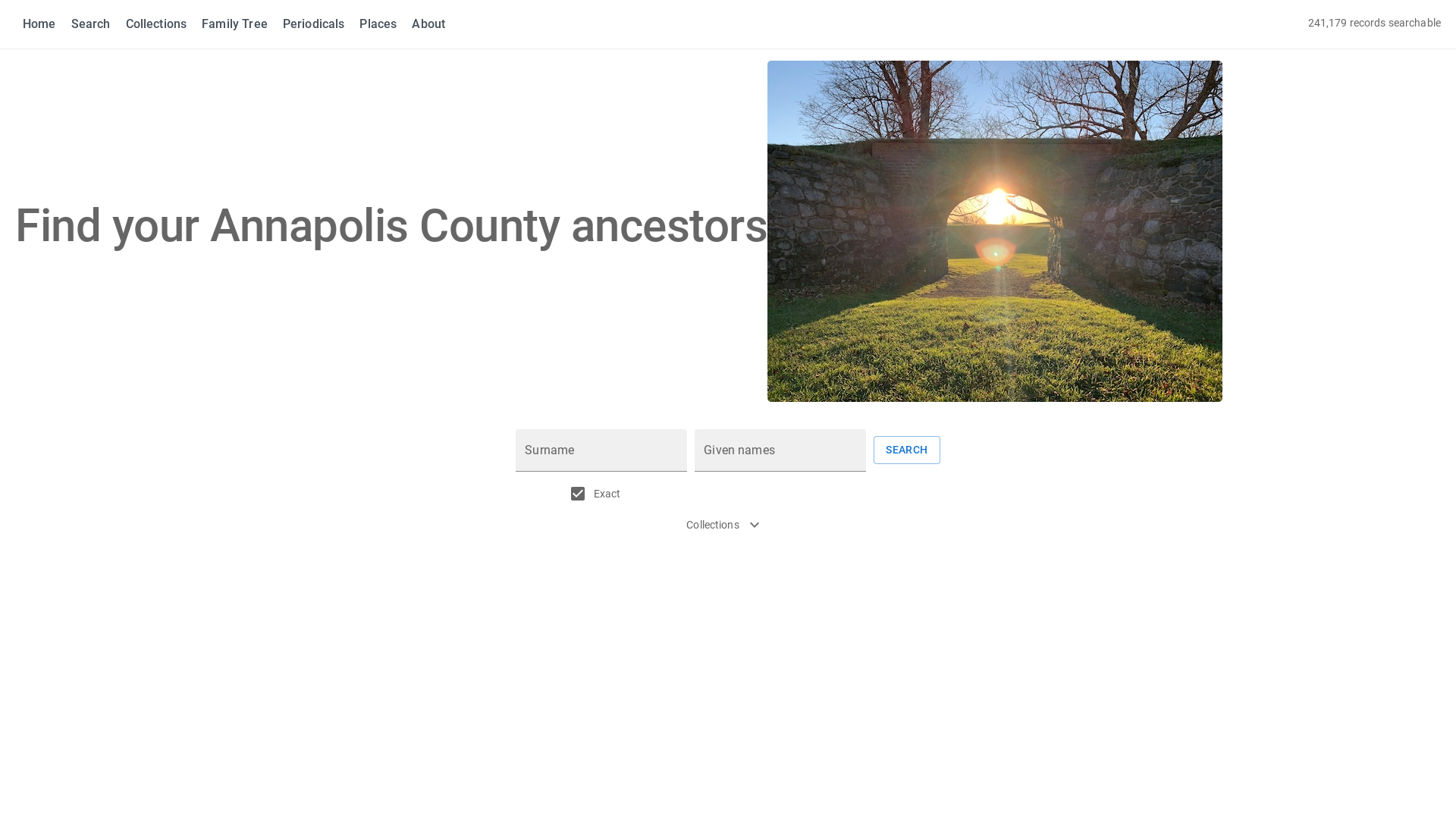 Image resolution: width=1456 pixels, height=819 pixels. What do you see at coordinates (156, 24) in the screenshot?
I see `'Collections'` at bounding box center [156, 24].